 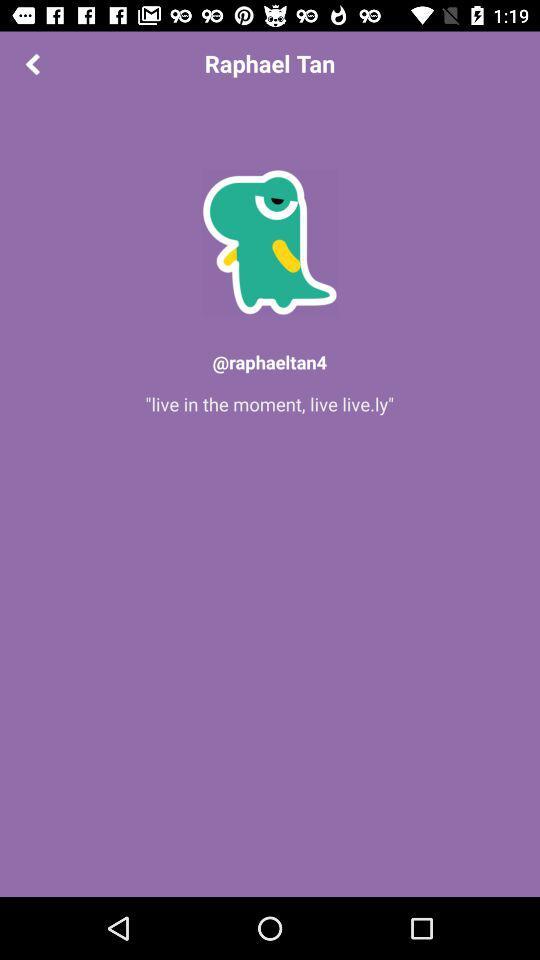 What do you see at coordinates (31, 63) in the screenshot?
I see `back button` at bounding box center [31, 63].